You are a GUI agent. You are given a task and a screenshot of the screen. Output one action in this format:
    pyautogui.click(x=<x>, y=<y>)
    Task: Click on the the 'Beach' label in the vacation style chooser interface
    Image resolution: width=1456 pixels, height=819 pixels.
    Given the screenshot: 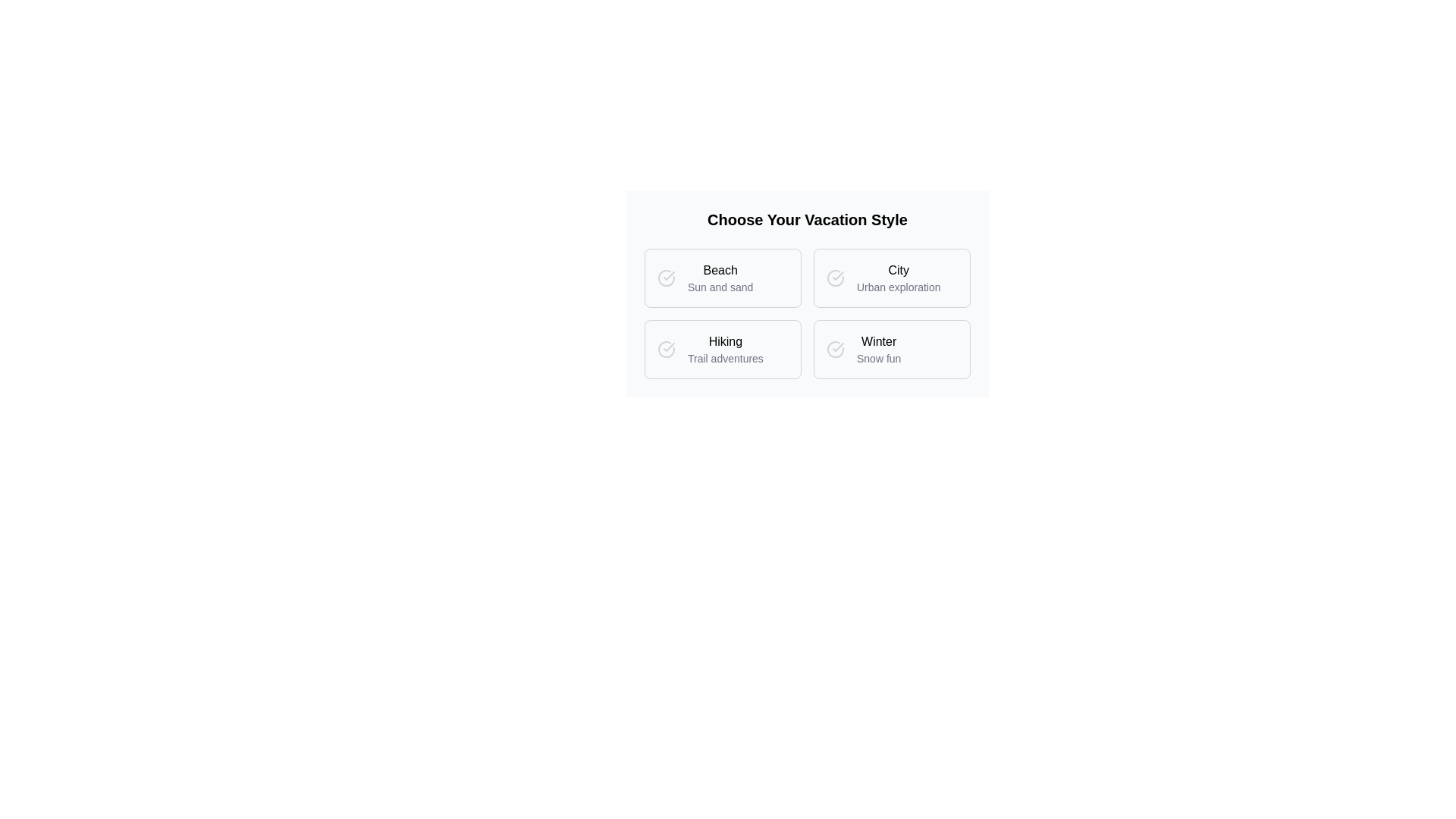 What is the action you would take?
    pyautogui.click(x=720, y=270)
    